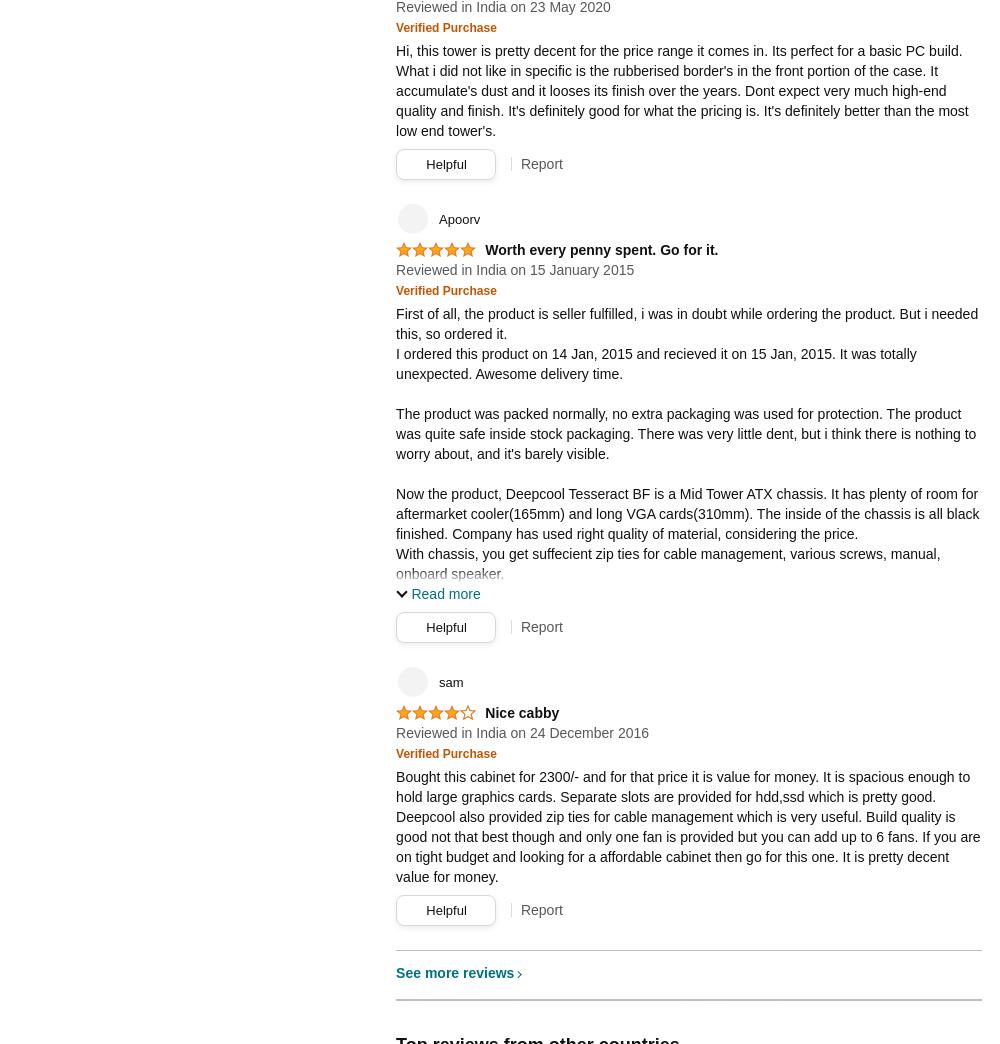 The height and width of the screenshot is (1044, 1000). I want to click on 'I ordered this product on 14 Jan, 2015 and recieved it on 15 Jan, 2015. It was totally unexpected. Awesome delivery time.', so click(656, 362).